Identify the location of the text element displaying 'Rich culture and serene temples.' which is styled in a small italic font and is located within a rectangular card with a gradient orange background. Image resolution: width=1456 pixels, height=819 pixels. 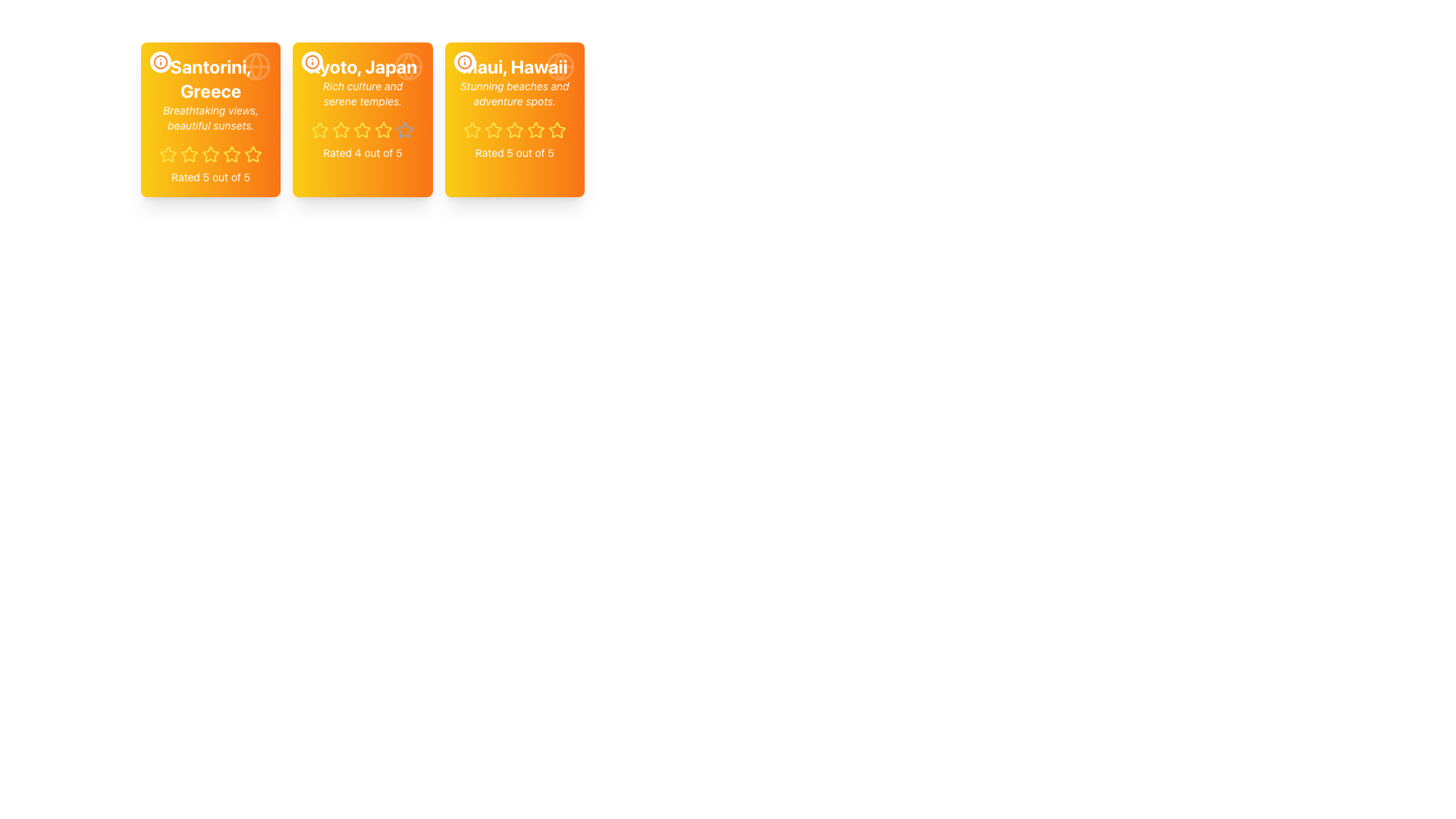
(362, 93).